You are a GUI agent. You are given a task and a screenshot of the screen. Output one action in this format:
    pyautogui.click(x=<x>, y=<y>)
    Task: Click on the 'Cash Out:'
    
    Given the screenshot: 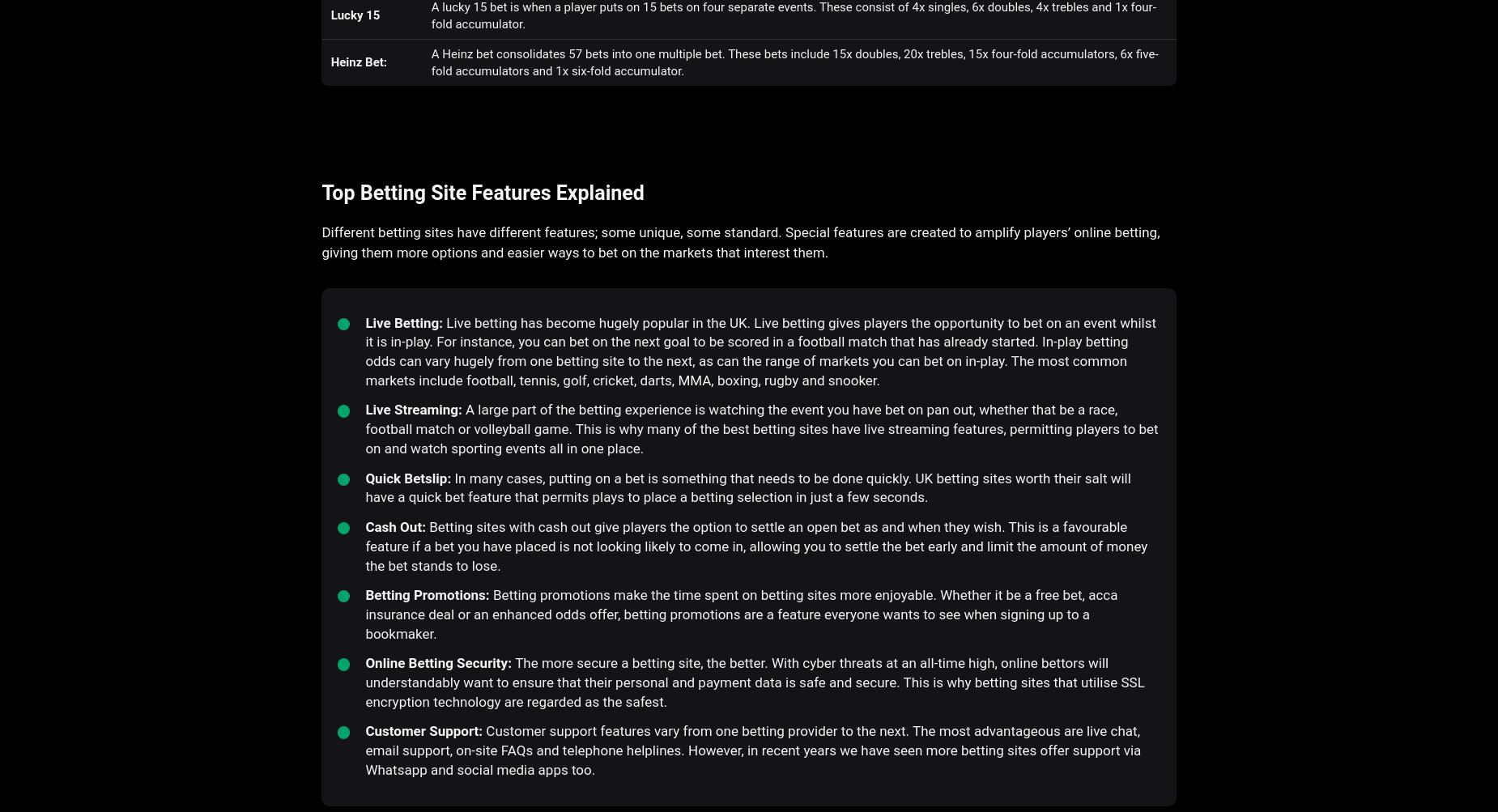 What is the action you would take?
    pyautogui.click(x=397, y=526)
    